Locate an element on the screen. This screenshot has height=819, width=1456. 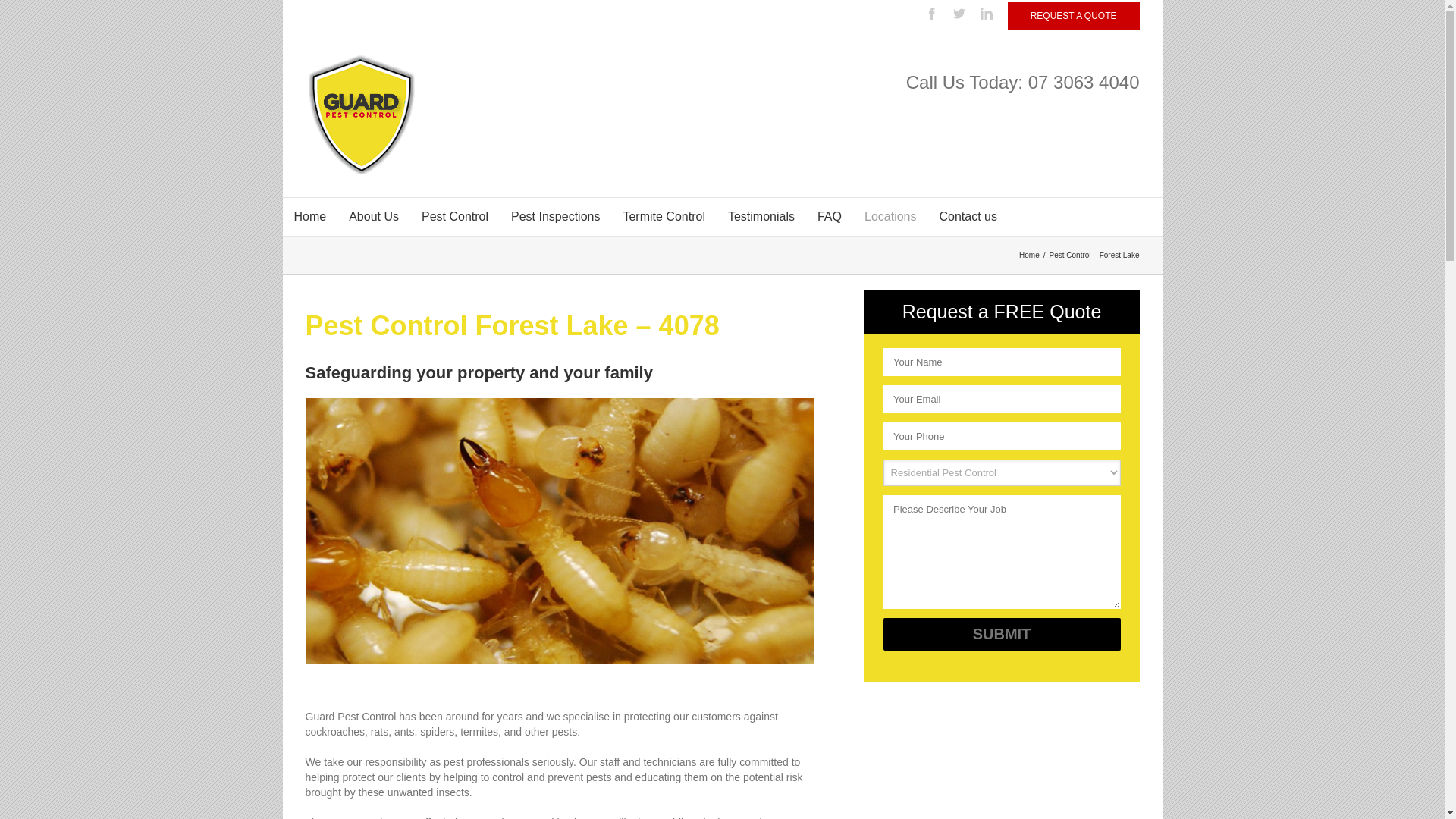
'Linkedin' is located at coordinates (980, 14).